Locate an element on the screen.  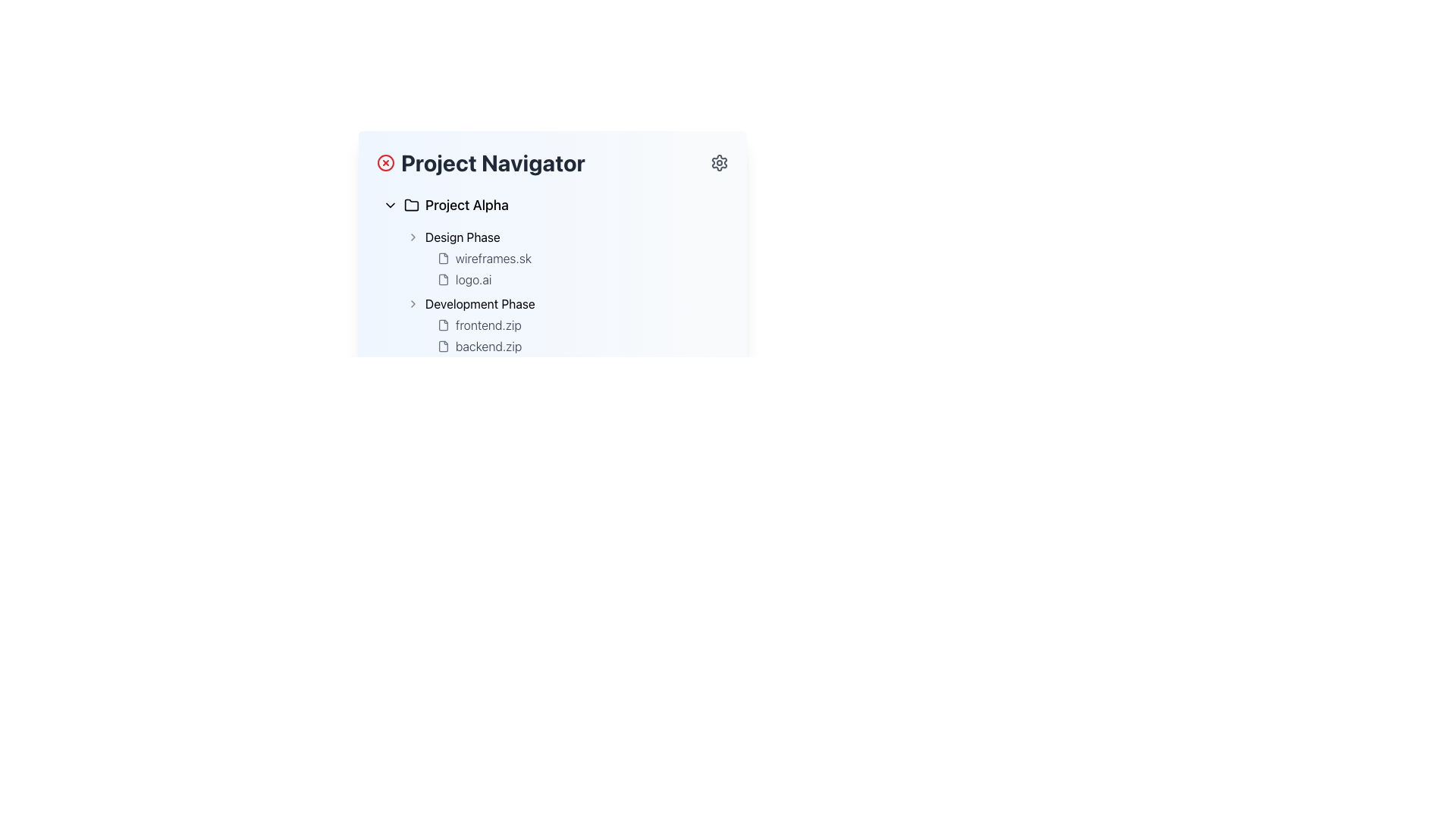
the gear-shaped icon located in the top-right corner of the 'Project Navigator' is located at coordinates (719, 163).